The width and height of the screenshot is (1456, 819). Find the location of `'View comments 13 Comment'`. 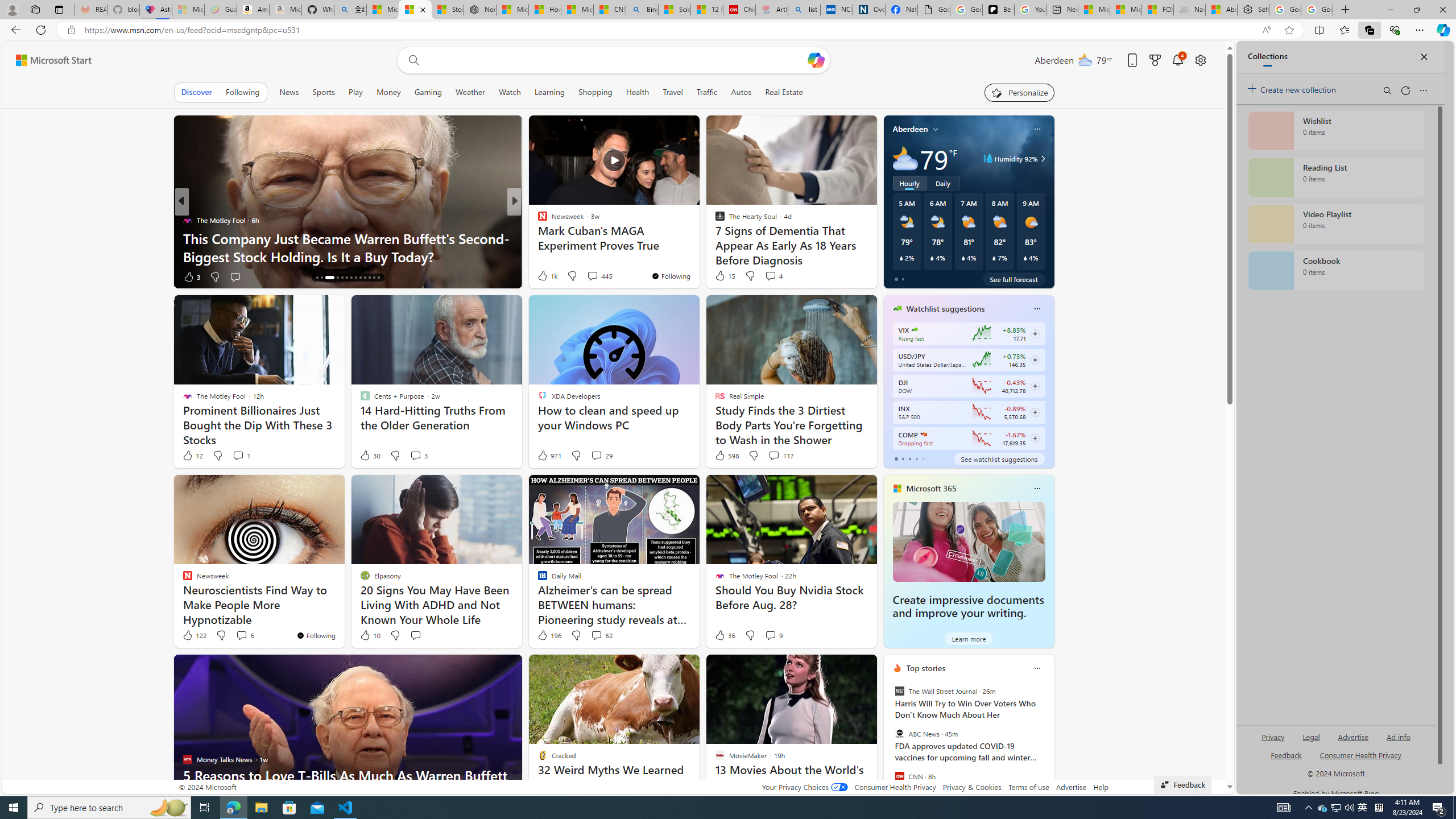

'View comments 13 Comment' is located at coordinates (597, 276).